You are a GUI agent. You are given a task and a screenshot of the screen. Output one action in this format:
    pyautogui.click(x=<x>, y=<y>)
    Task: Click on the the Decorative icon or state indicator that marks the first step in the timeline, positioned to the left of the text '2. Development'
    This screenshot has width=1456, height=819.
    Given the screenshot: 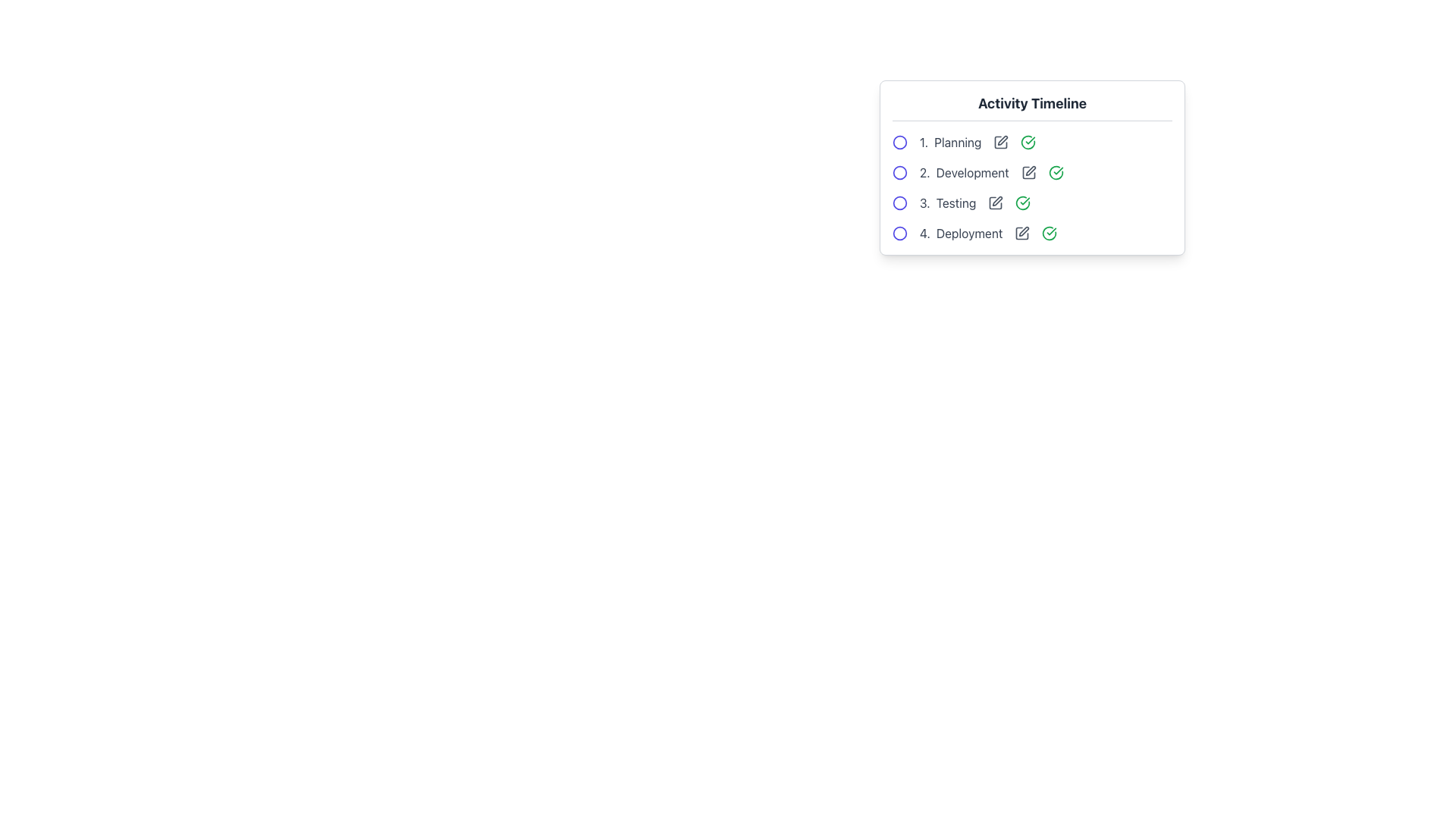 What is the action you would take?
    pyautogui.click(x=899, y=171)
    